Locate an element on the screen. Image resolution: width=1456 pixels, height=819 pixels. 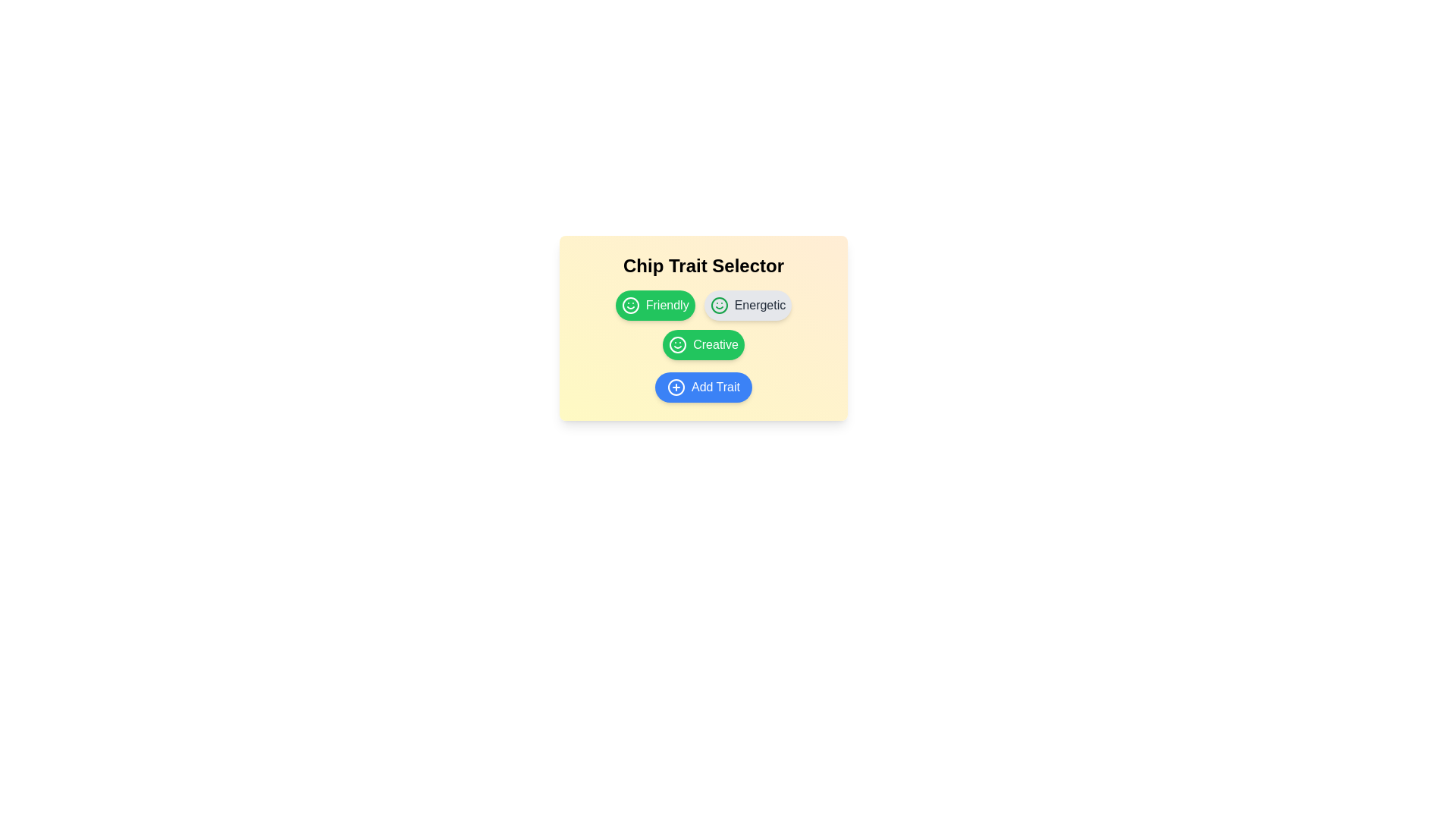
the chip labeled Energetic to toggle its selection state is located at coordinates (748, 305).